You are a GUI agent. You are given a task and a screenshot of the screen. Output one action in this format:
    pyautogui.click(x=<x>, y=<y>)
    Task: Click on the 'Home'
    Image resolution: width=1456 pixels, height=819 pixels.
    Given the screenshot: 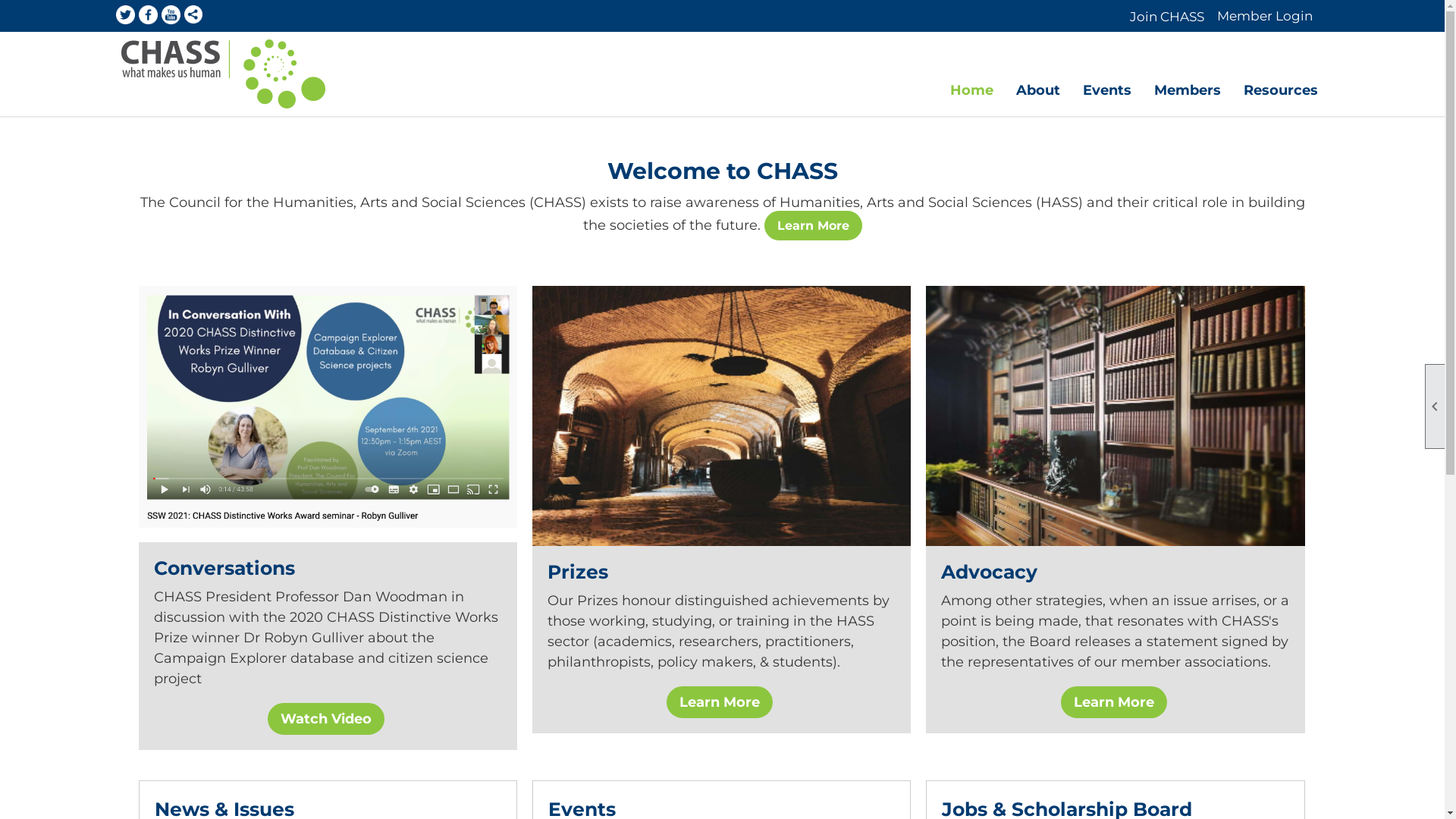 What is the action you would take?
    pyautogui.click(x=971, y=90)
    